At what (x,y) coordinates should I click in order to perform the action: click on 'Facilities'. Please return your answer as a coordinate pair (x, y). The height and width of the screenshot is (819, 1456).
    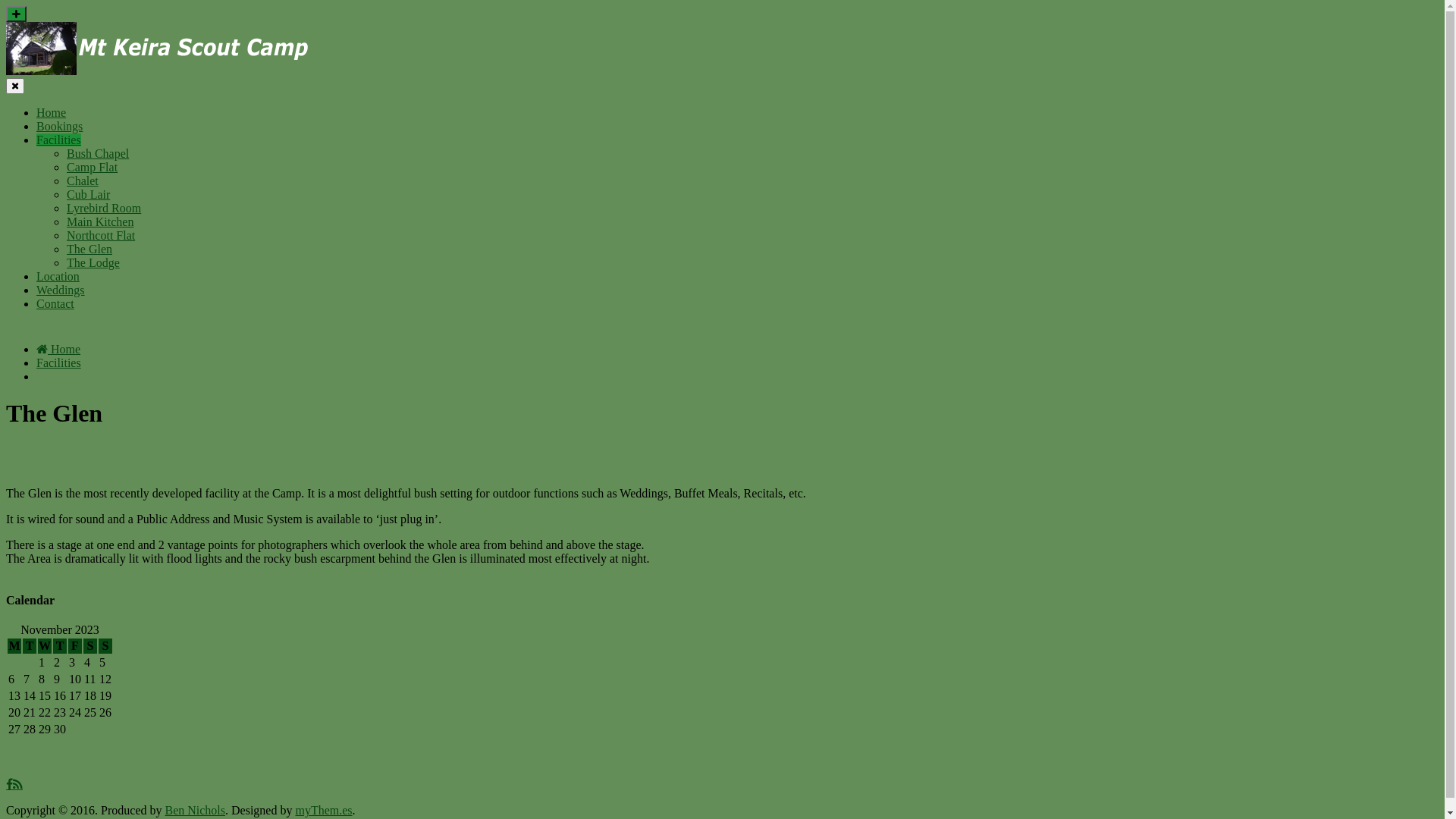
    Looking at the image, I should click on (58, 140).